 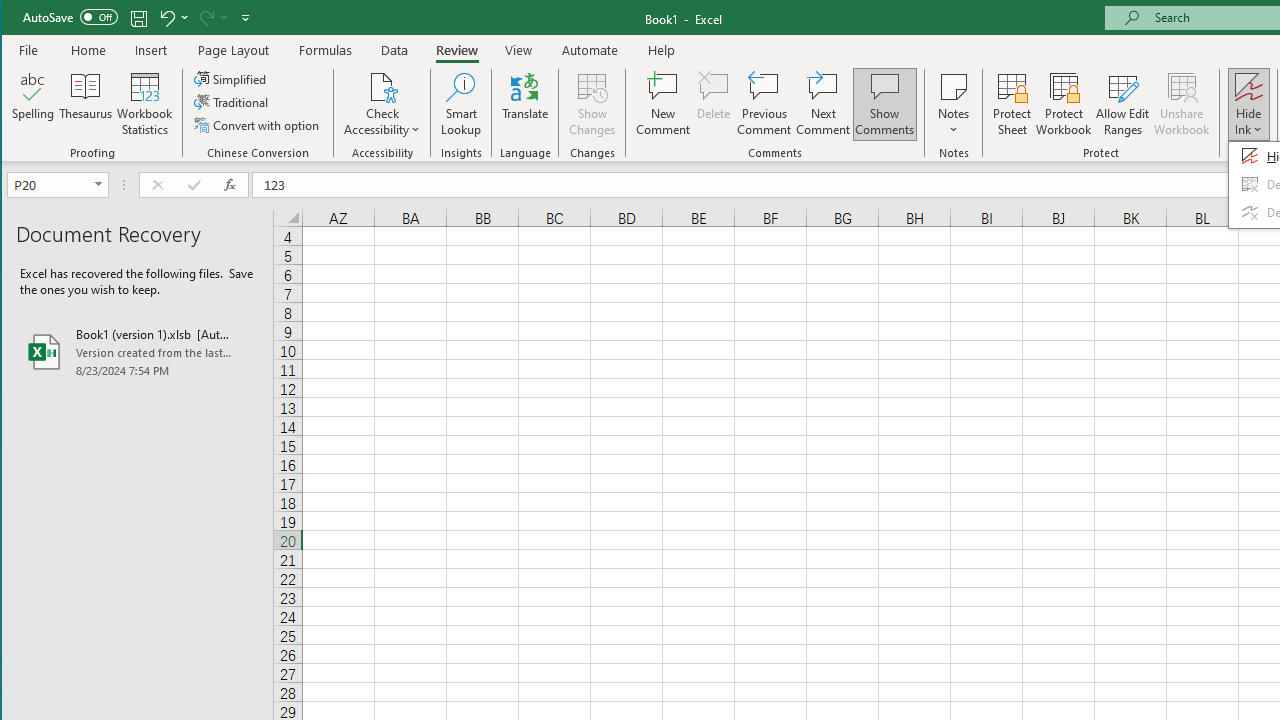 I want to click on 'Show Changes', so click(x=591, y=104).